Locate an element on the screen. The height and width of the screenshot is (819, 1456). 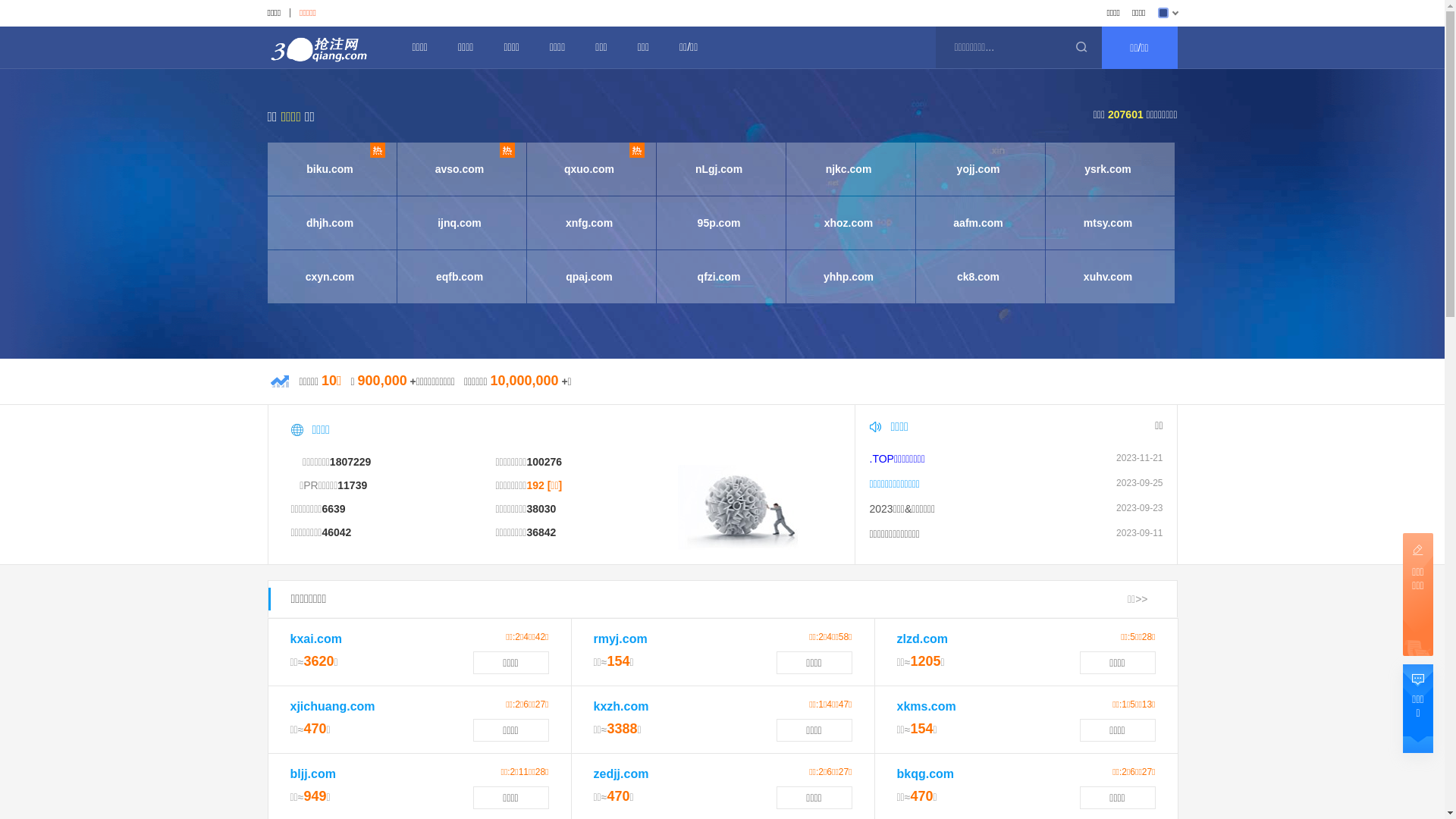
'ck8.com' is located at coordinates (978, 277).